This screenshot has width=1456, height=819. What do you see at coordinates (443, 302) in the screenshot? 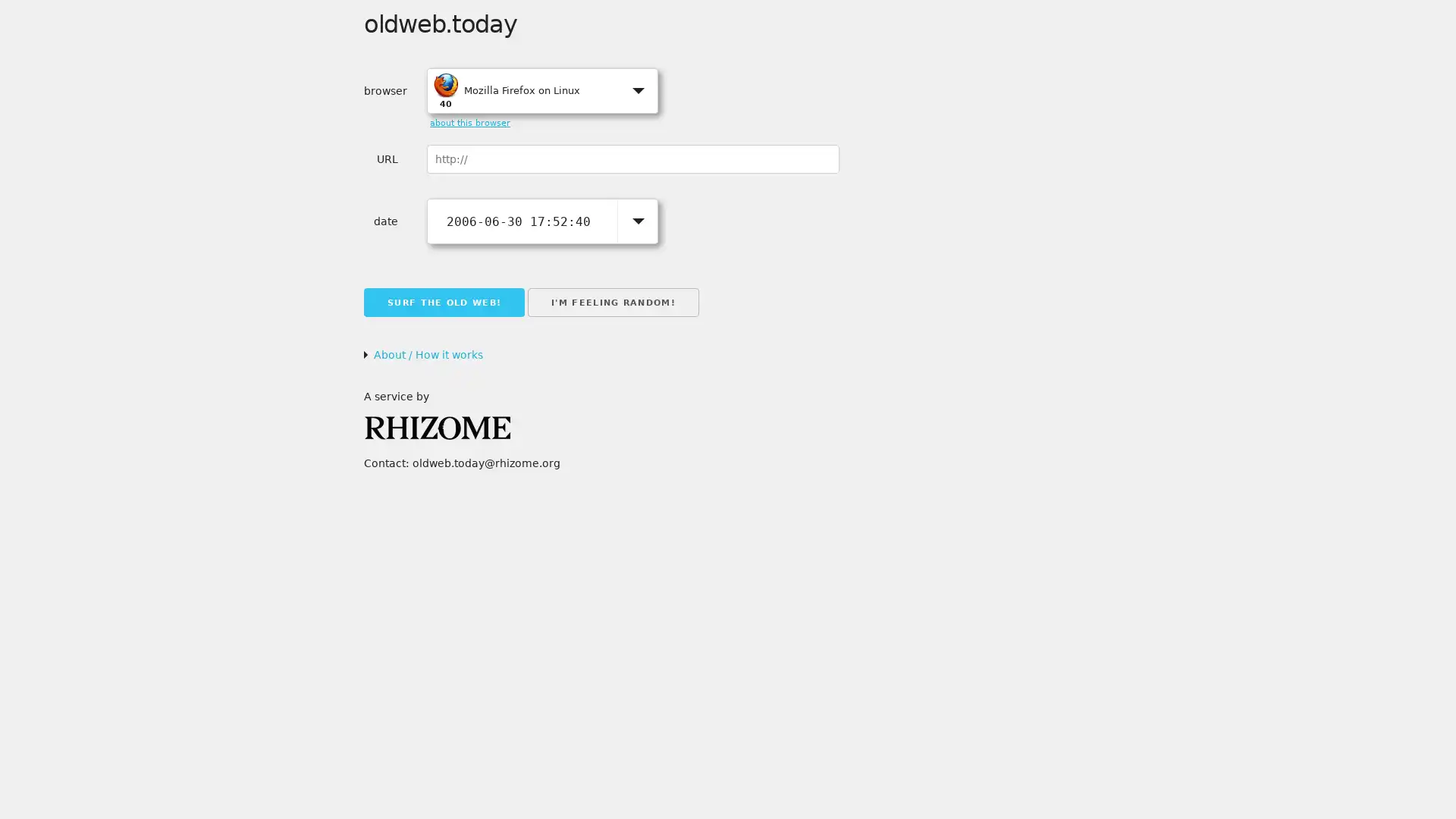
I see `SURF THE OLD WEB!` at bounding box center [443, 302].